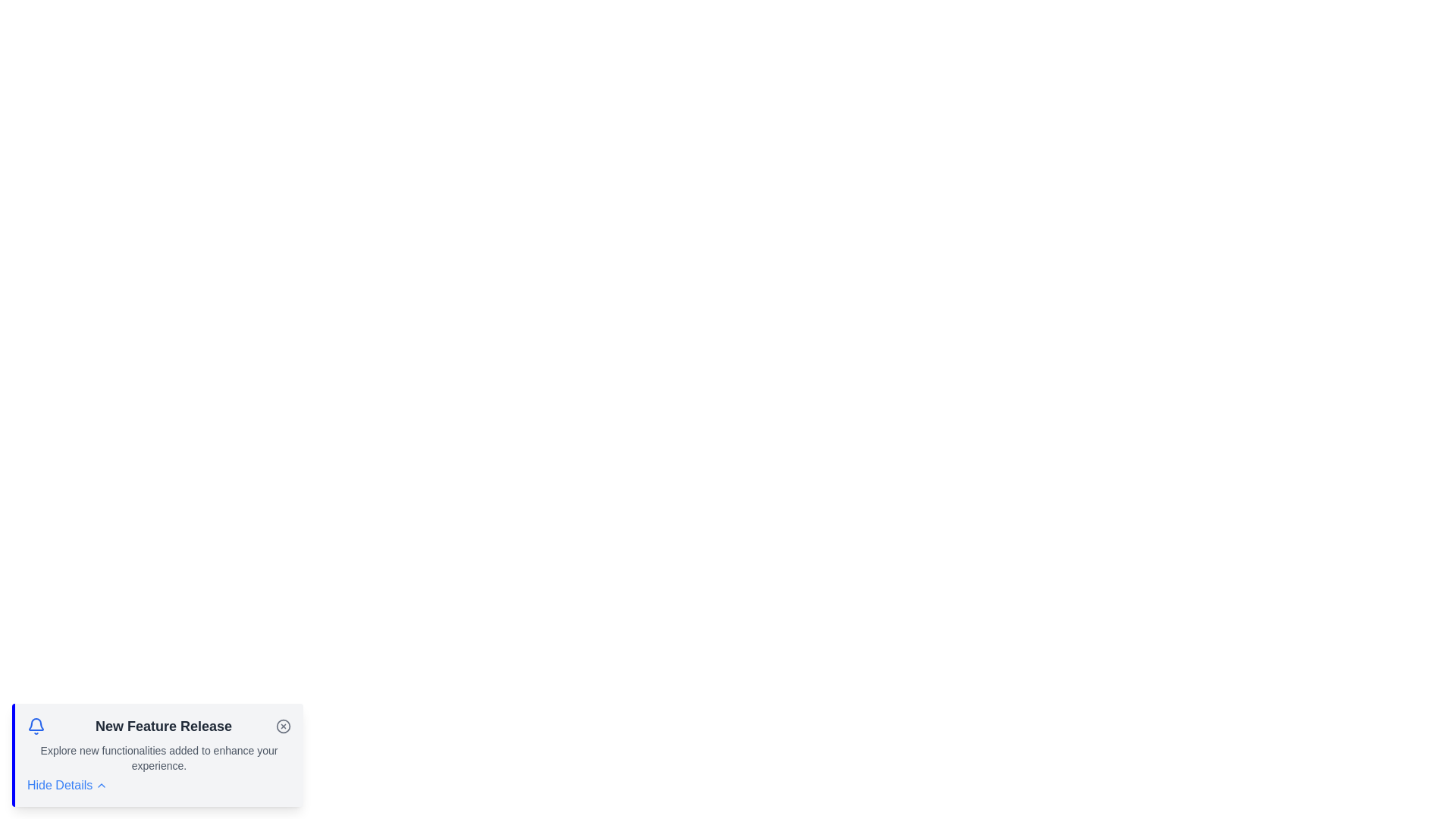 The width and height of the screenshot is (1456, 819). Describe the element at coordinates (284, 725) in the screenshot. I see `the dismiss button to remove the notification` at that location.